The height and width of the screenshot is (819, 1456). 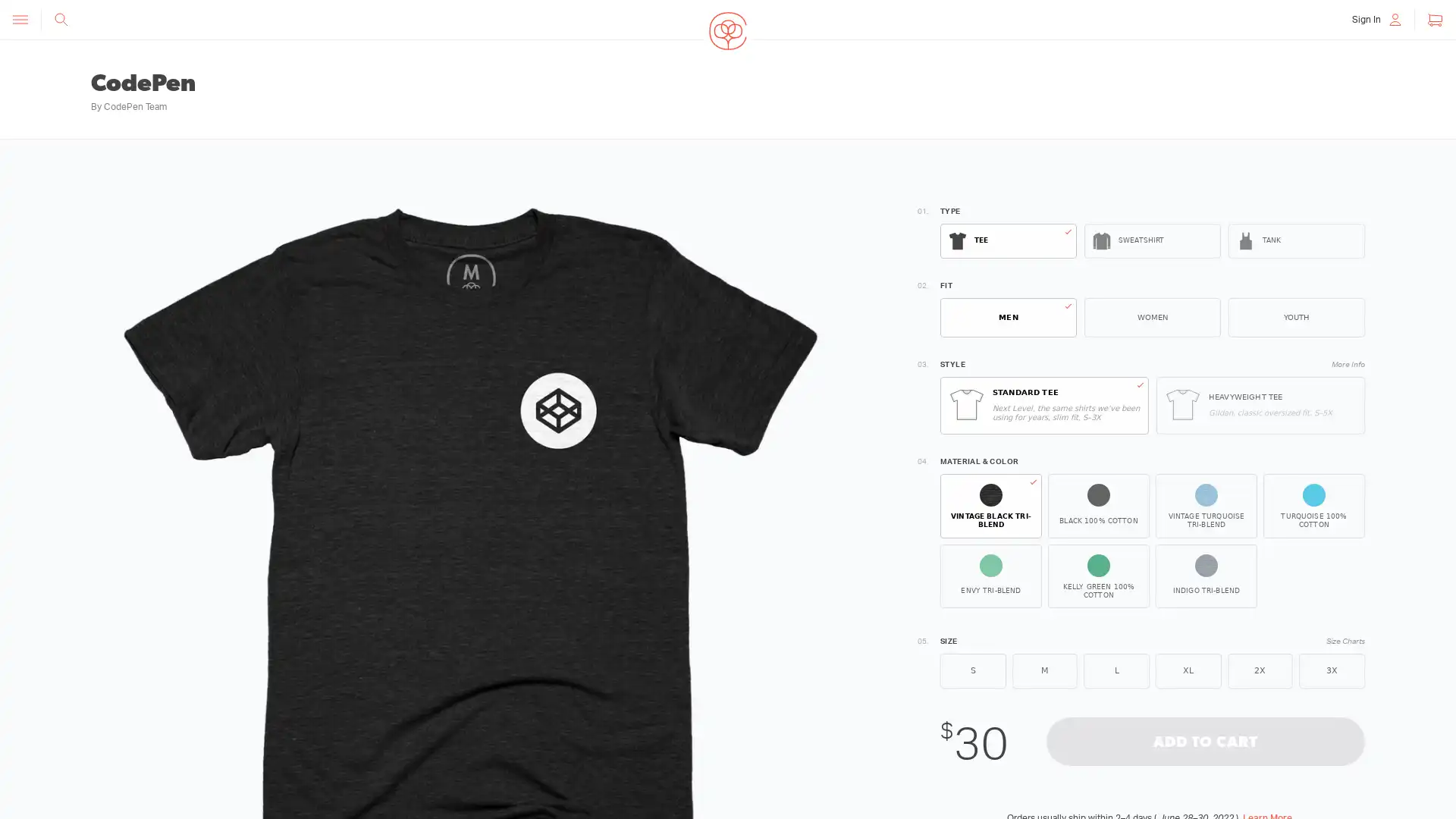 I want to click on ENVY TRI-BLEND, so click(x=990, y=576).